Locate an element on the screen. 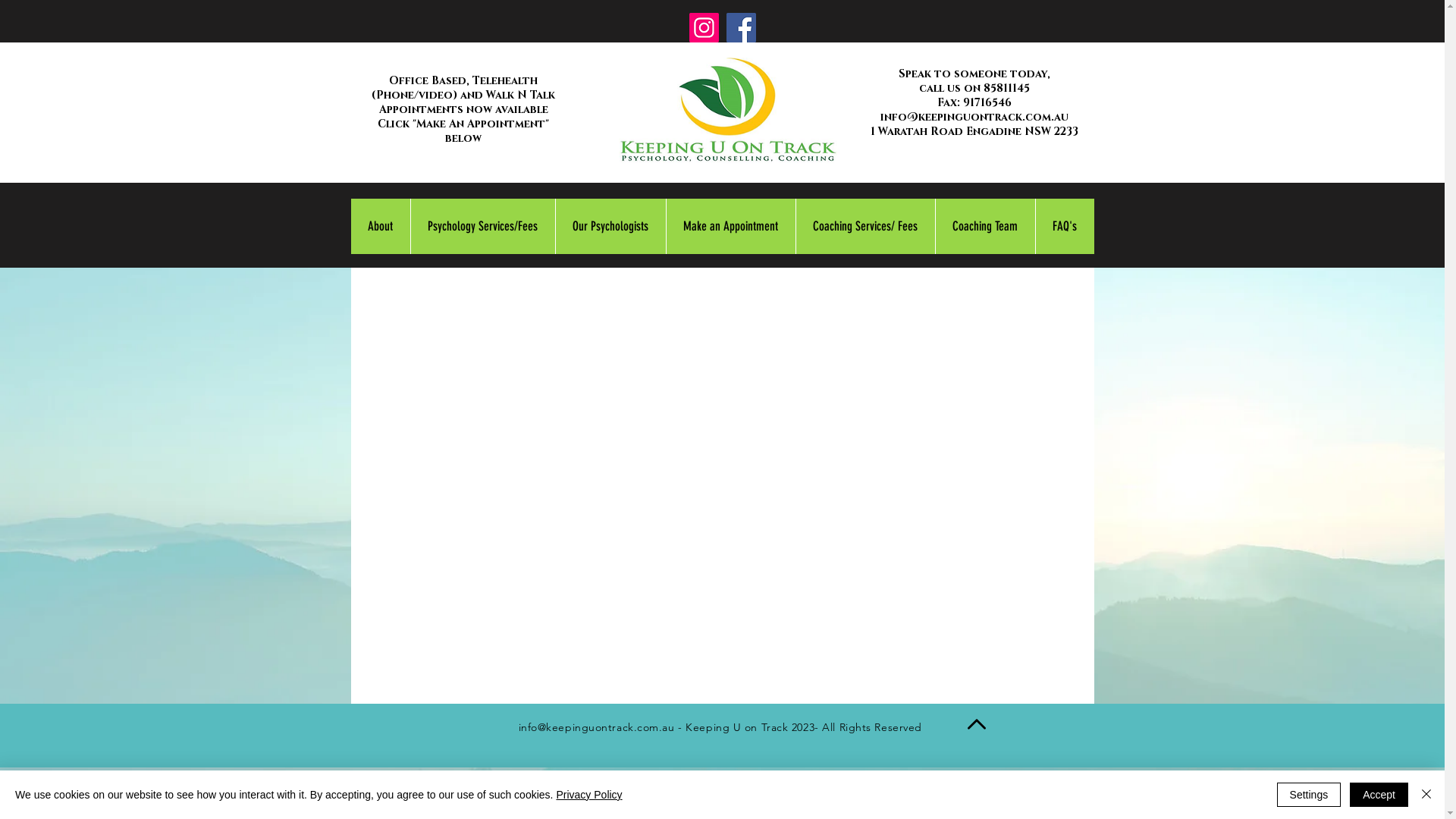 This screenshot has width=1456, height=819. 'About' is located at coordinates (379, 226).